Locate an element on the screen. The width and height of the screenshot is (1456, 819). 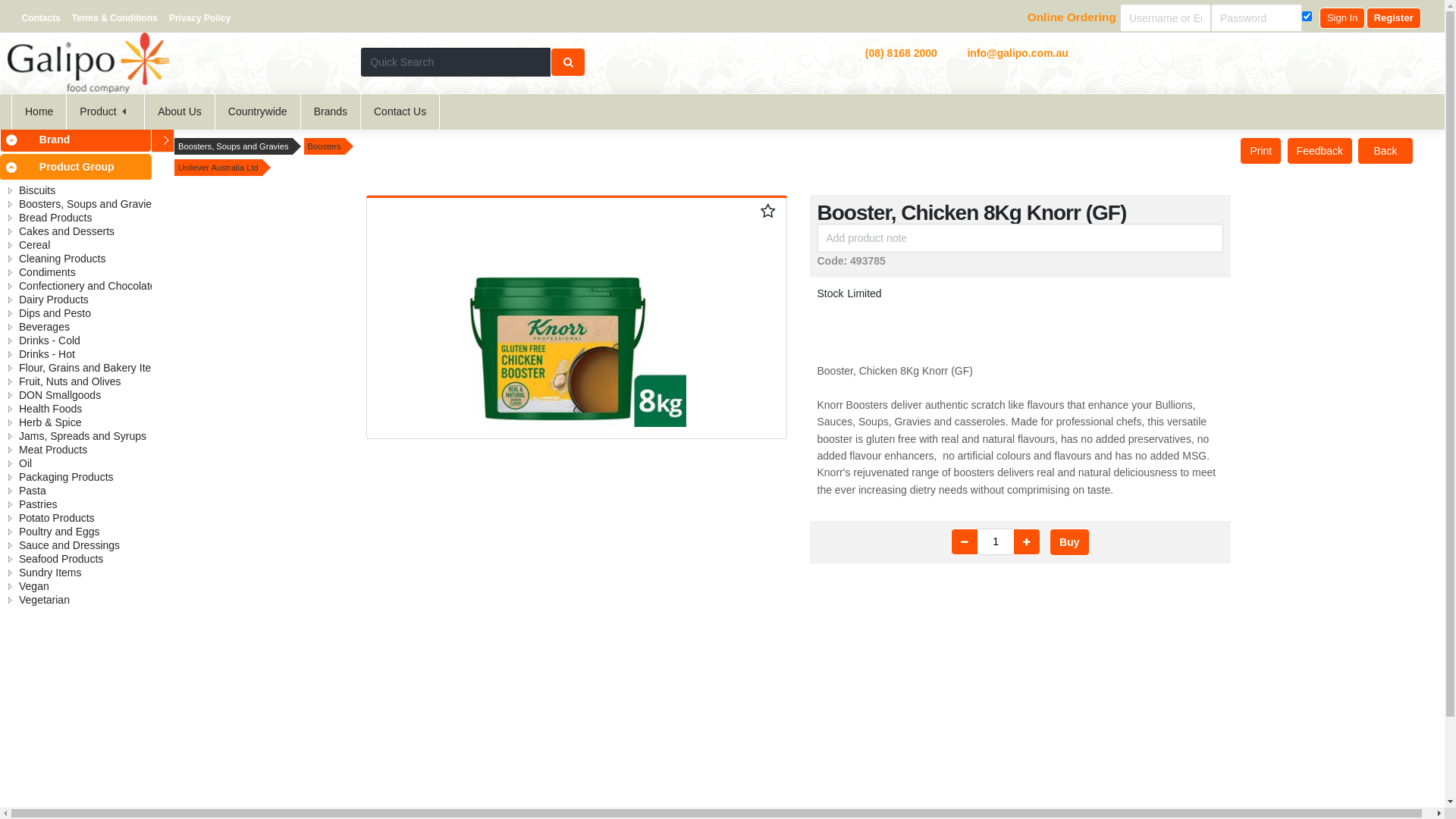
'Click to hide/show Categories' is located at coordinates (158, 141).